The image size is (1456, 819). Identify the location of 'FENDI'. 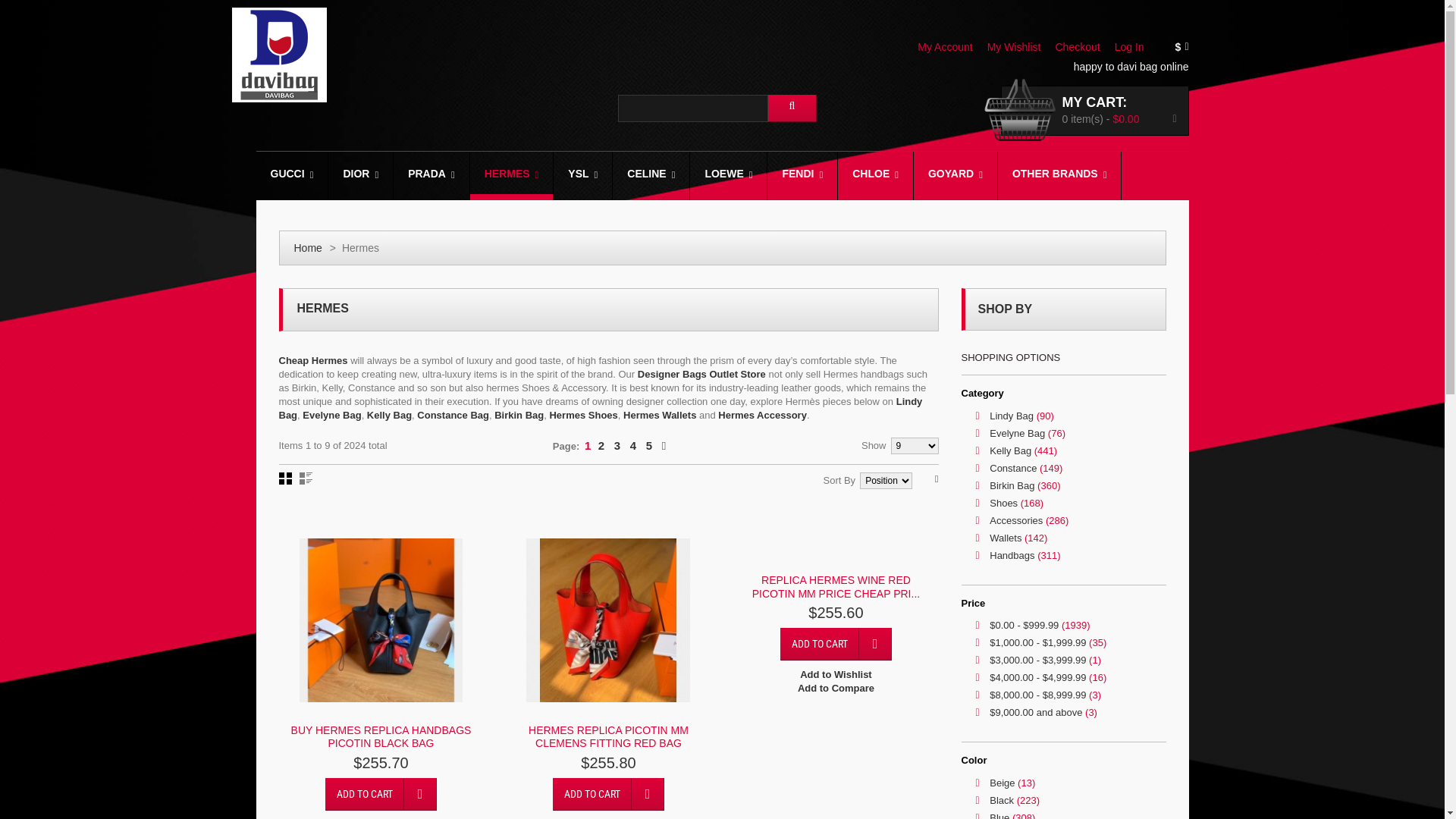
(801, 174).